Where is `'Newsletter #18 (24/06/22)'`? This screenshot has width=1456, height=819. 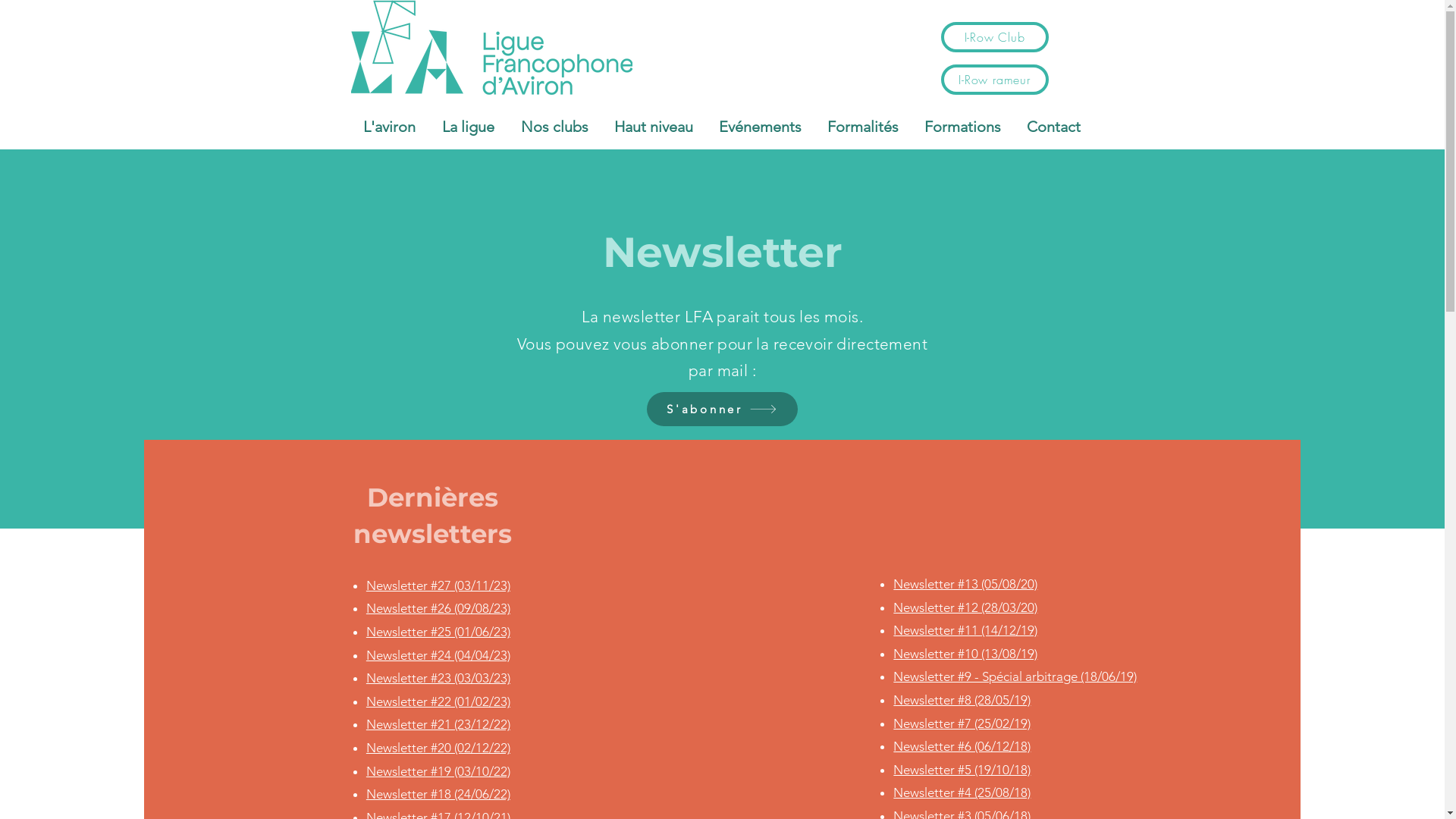
'Newsletter #18 (24/06/22)' is located at coordinates (437, 792).